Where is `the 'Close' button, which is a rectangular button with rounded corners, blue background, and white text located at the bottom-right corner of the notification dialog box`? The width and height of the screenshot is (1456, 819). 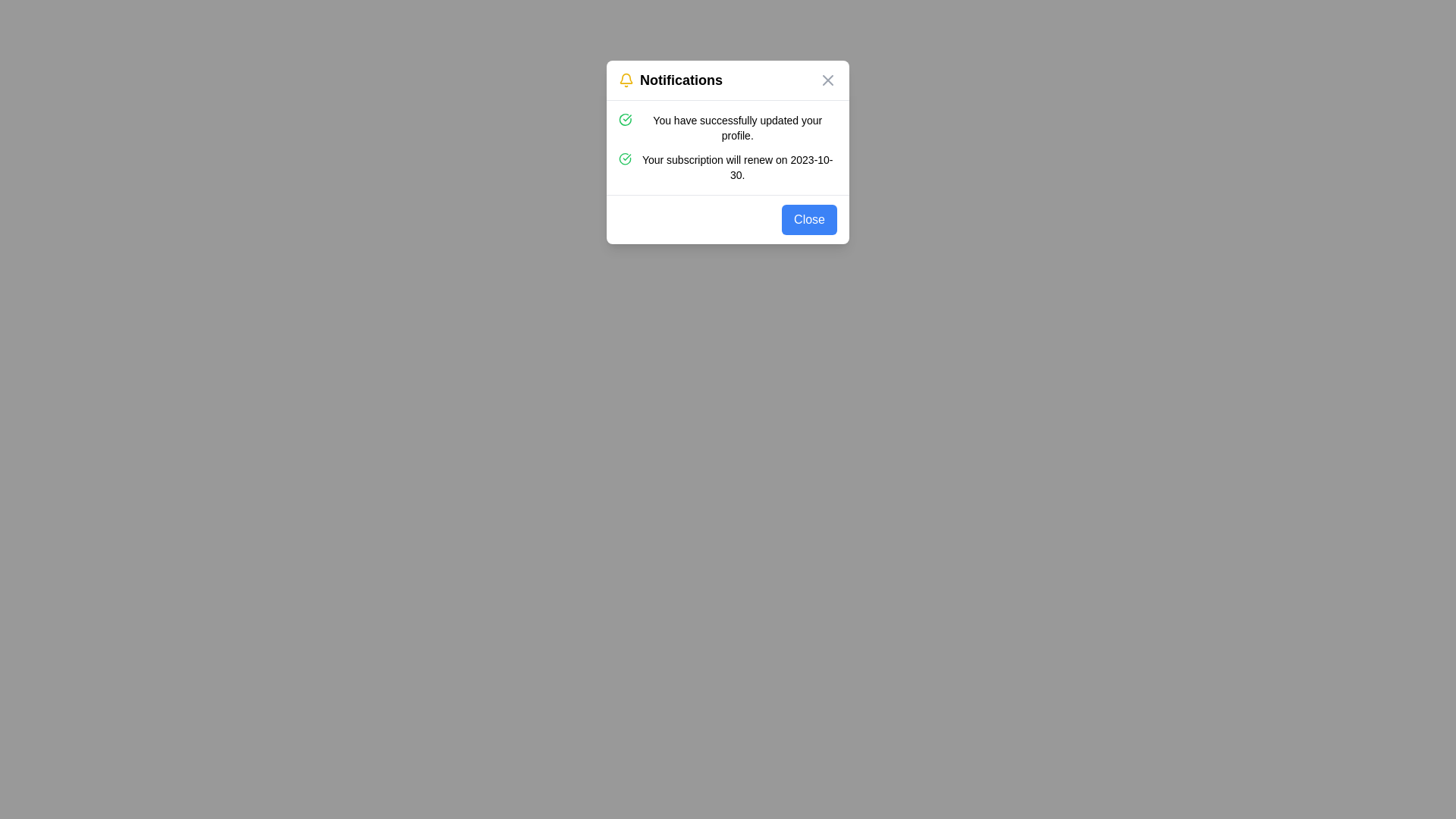 the 'Close' button, which is a rectangular button with rounded corners, blue background, and white text located at the bottom-right corner of the notification dialog box is located at coordinates (808, 219).